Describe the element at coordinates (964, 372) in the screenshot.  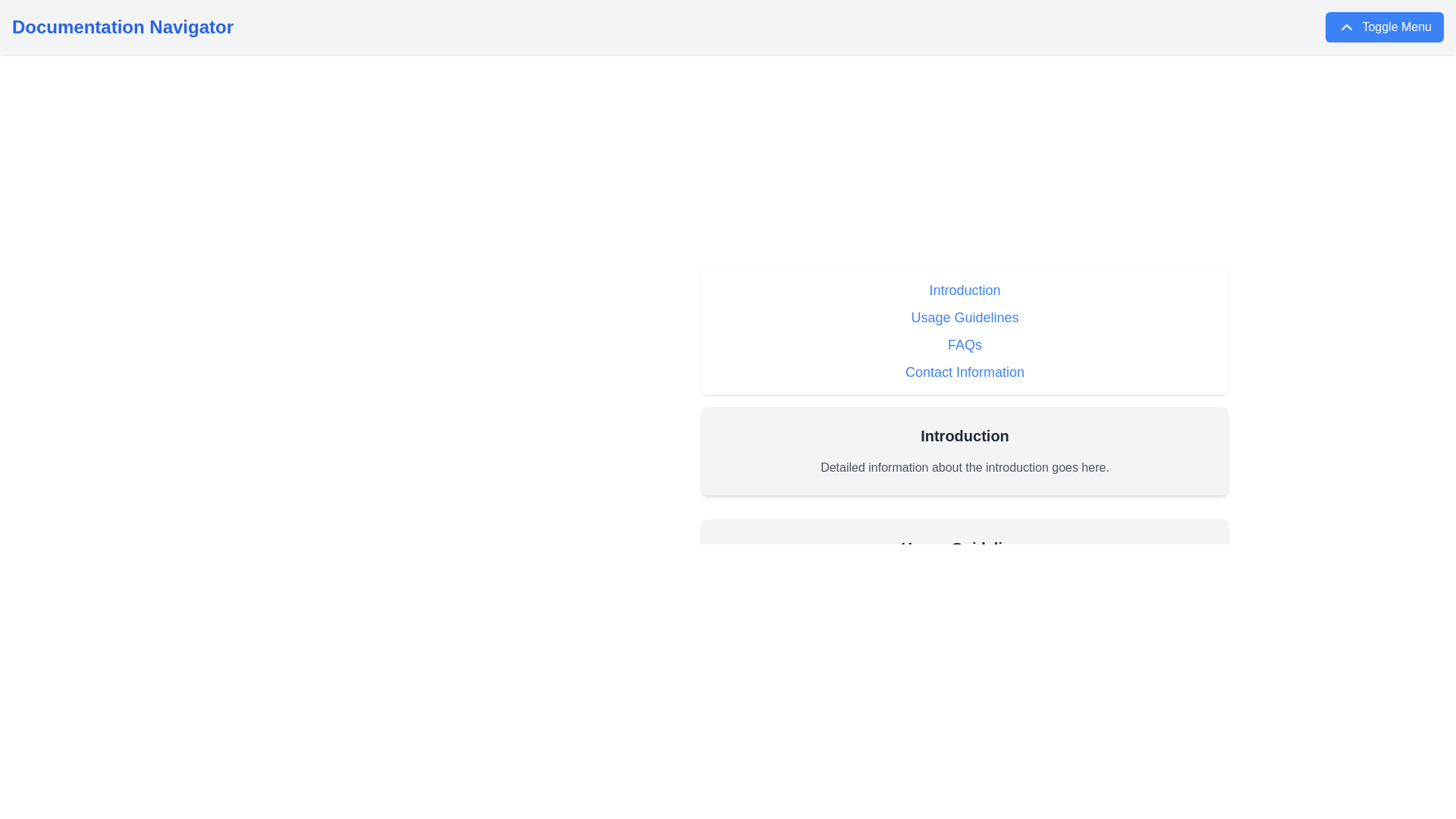
I see `the hyperlinked text labeled 'Contact Information'` at that location.